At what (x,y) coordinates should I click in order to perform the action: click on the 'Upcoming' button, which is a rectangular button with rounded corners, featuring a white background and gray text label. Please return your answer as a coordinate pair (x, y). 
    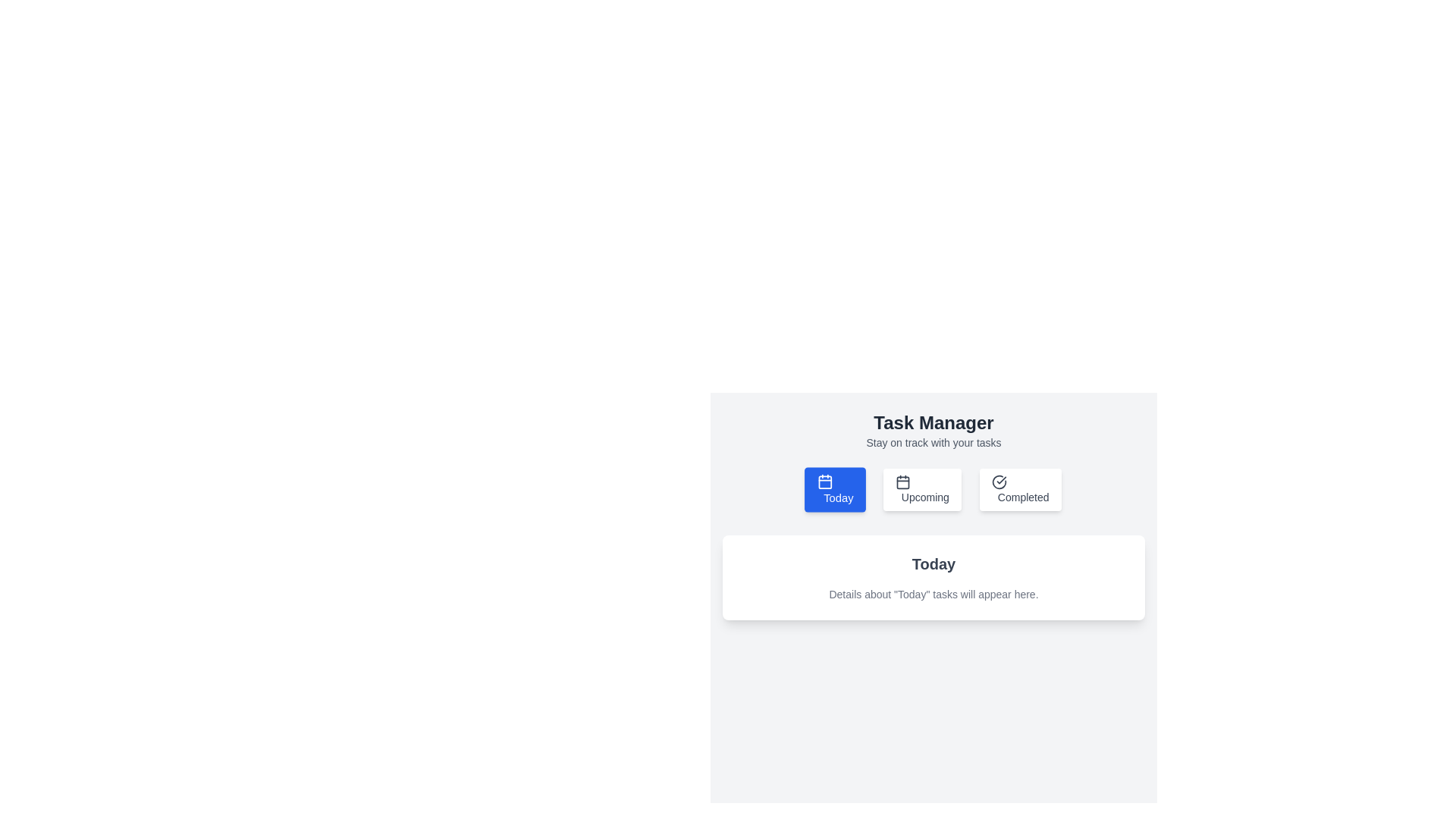
    Looking at the image, I should click on (921, 489).